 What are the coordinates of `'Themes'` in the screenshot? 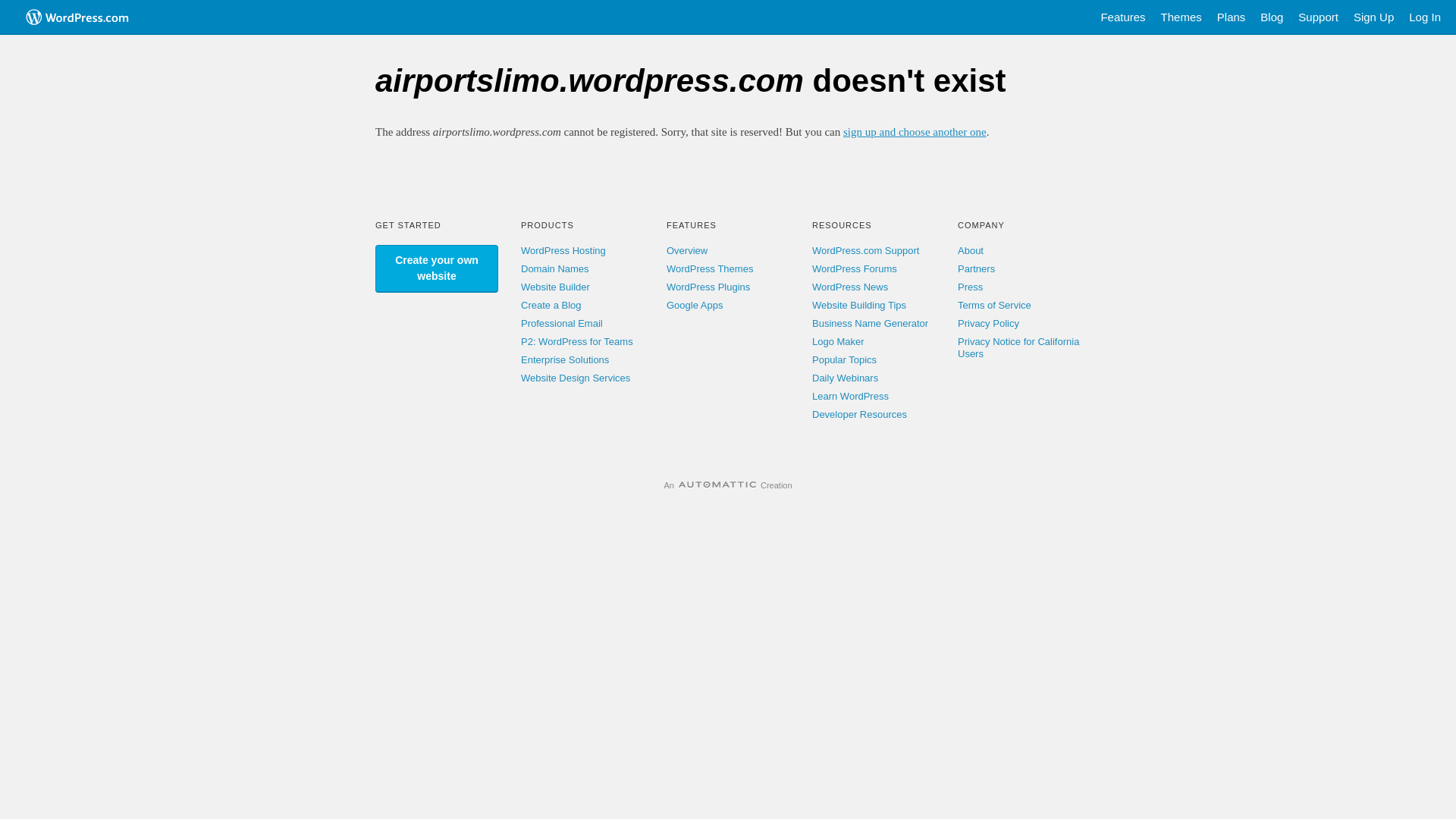 It's located at (1181, 17).